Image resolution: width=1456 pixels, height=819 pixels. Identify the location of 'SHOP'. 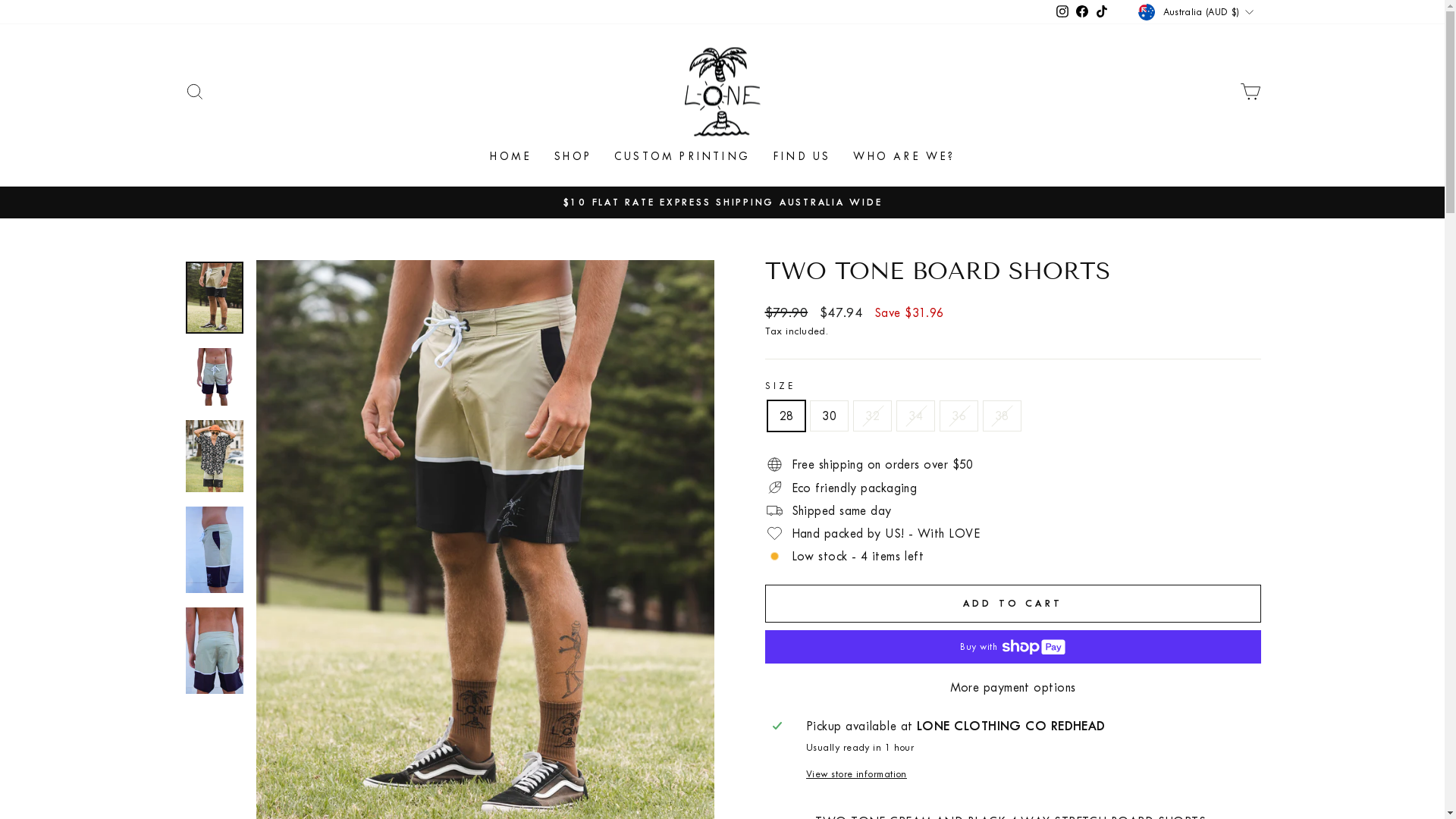
(572, 157).